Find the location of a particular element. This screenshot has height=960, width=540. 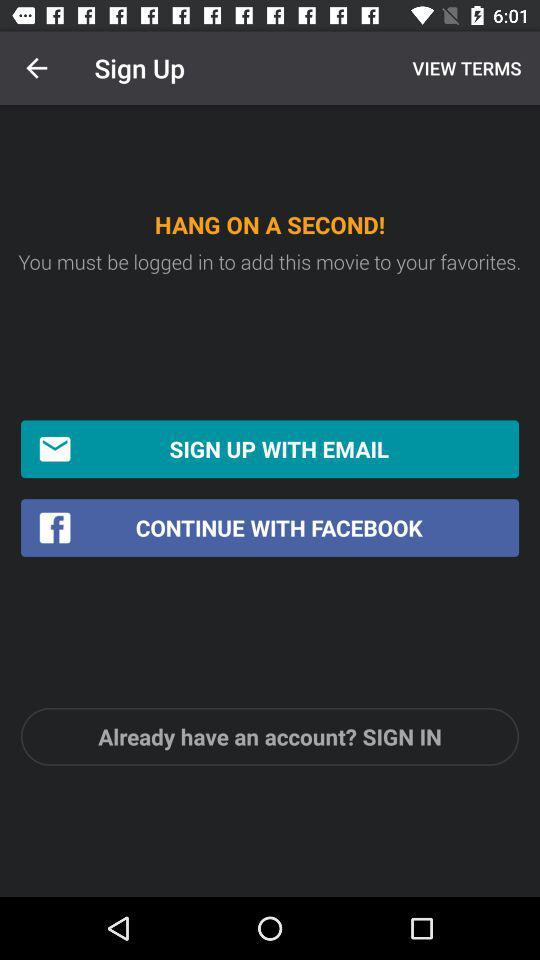

the icon to the left of the sign up item is located at coordinates (36, 68).